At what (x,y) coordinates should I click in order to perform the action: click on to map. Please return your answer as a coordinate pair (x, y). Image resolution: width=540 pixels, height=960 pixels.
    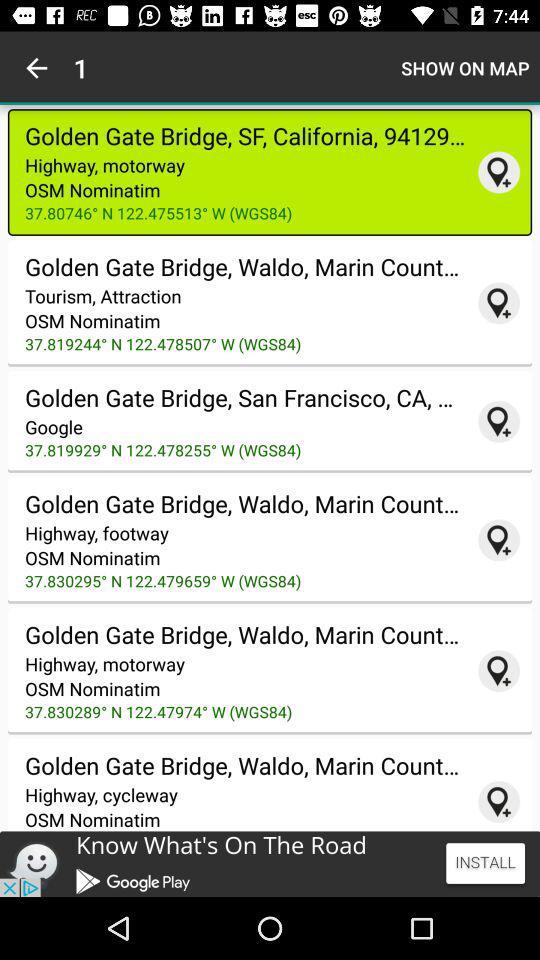
    Looking at the image, I should click on (498, 539).